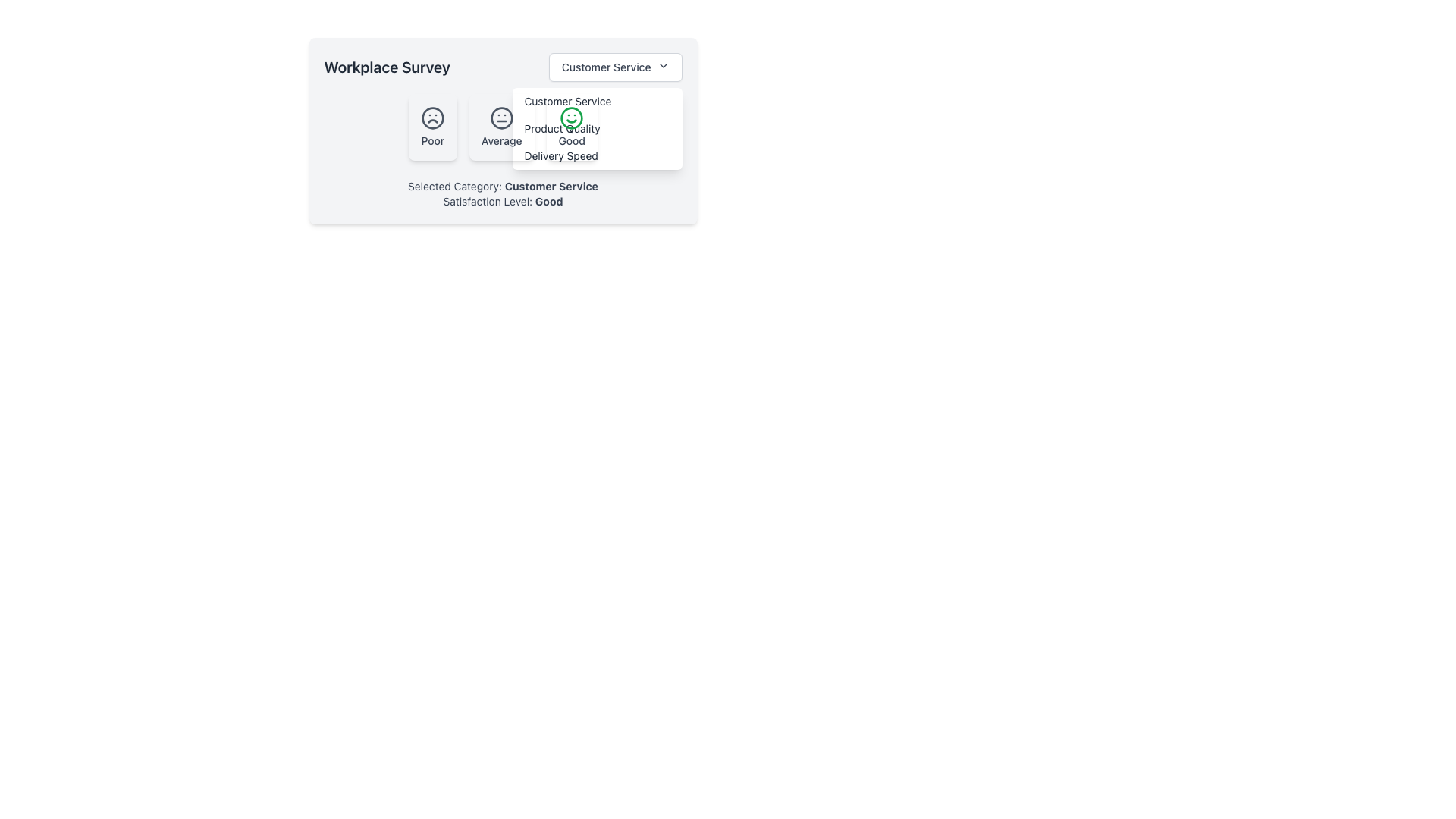  Describe the element at coordinates (503, 66) in the screenshot. I see `an item from the dropdown menu located at the top of the card-like structure with a header label and category-selection functionality` at that location.